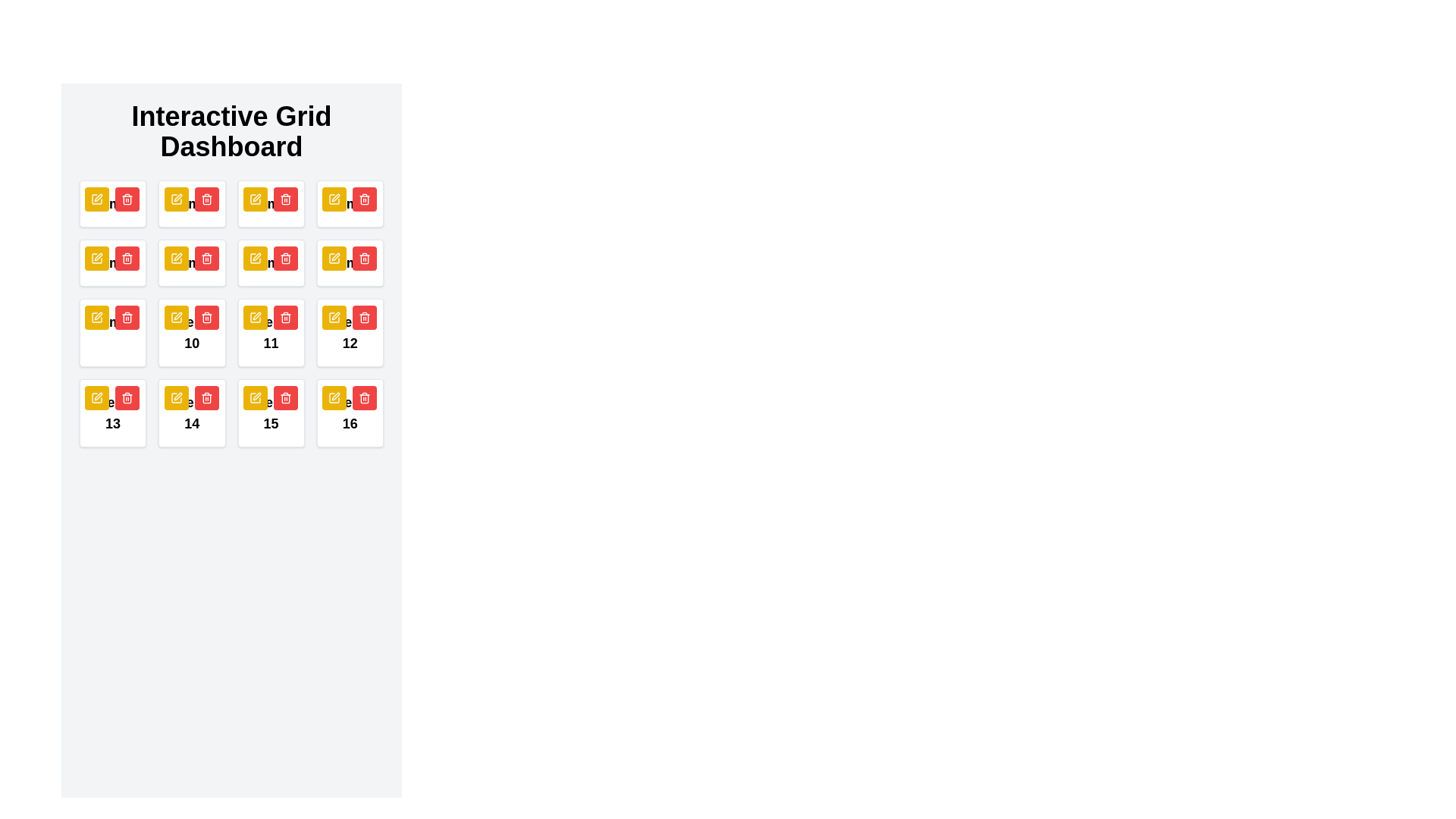 The height and width of the screenshot is (819, 1456). Describe the element at coordinates (334, 257) in the screenshot. I see `the yellow pen icon in the first column of the third row` at that location.